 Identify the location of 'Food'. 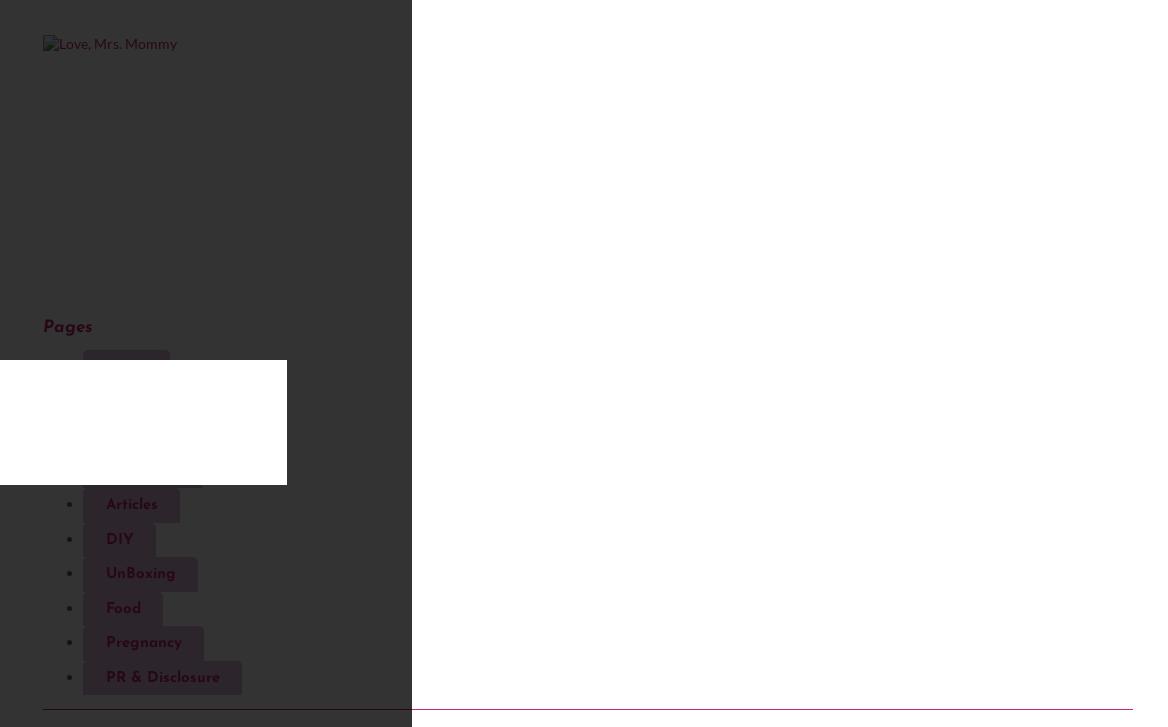
(121, 607).